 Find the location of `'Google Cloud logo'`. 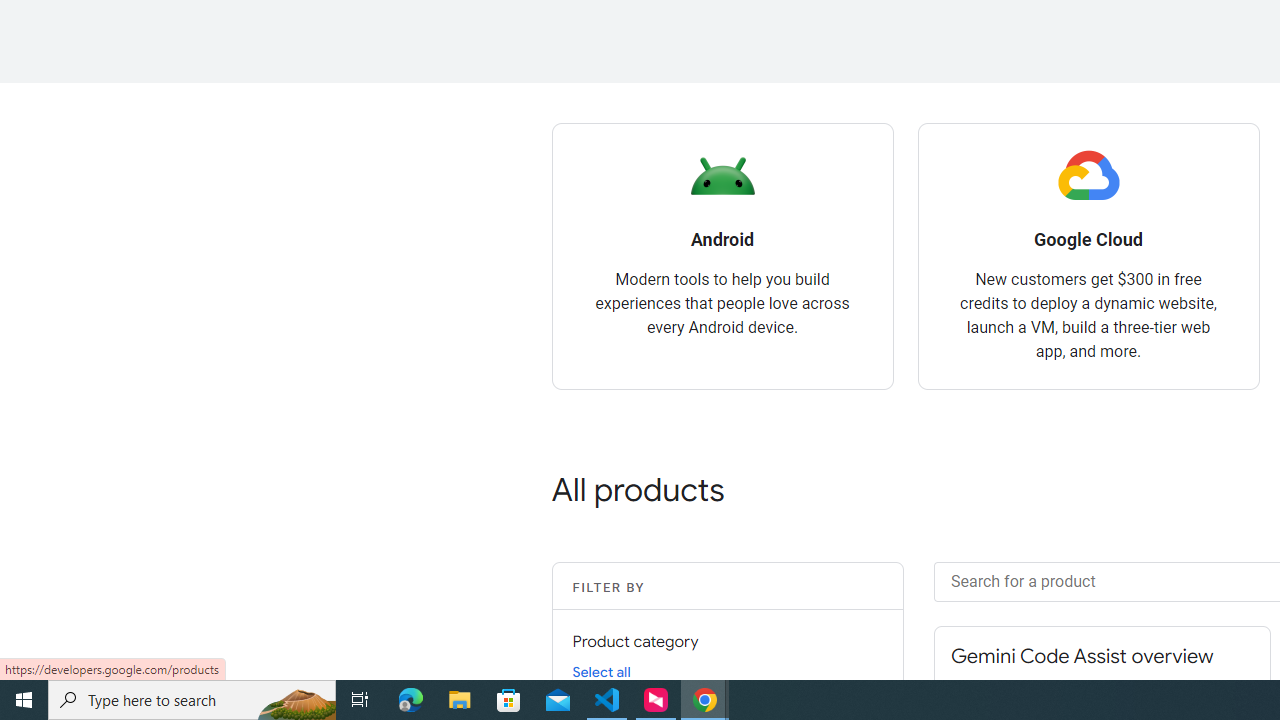

'Google Cloud logo' is located at coordinates (1087, 175).